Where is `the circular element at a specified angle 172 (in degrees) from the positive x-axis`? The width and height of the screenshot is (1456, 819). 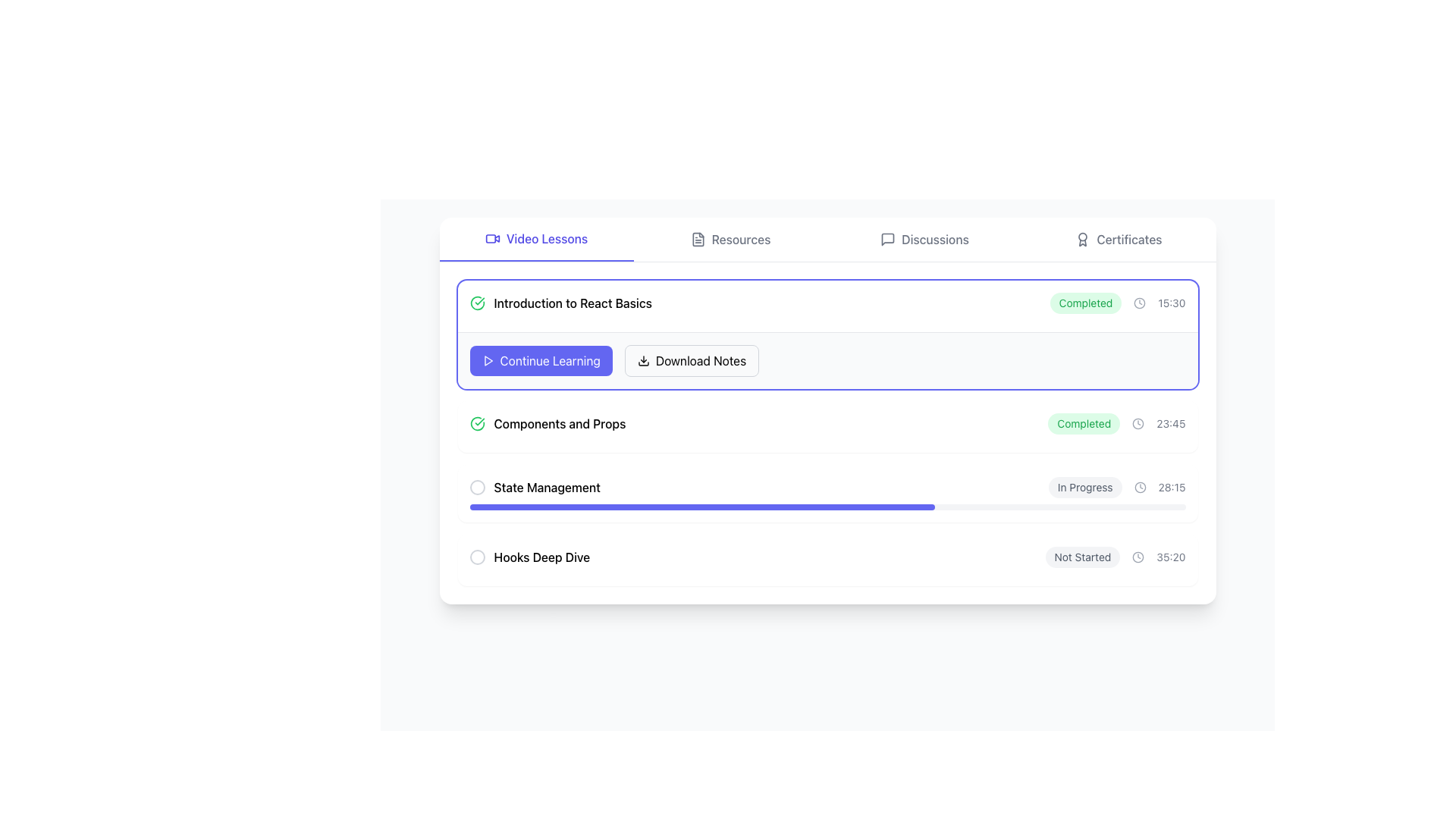 the circular element at a specified angle 172 (in degrees) from the positive x-axis is located at coordinates (1131, 560).